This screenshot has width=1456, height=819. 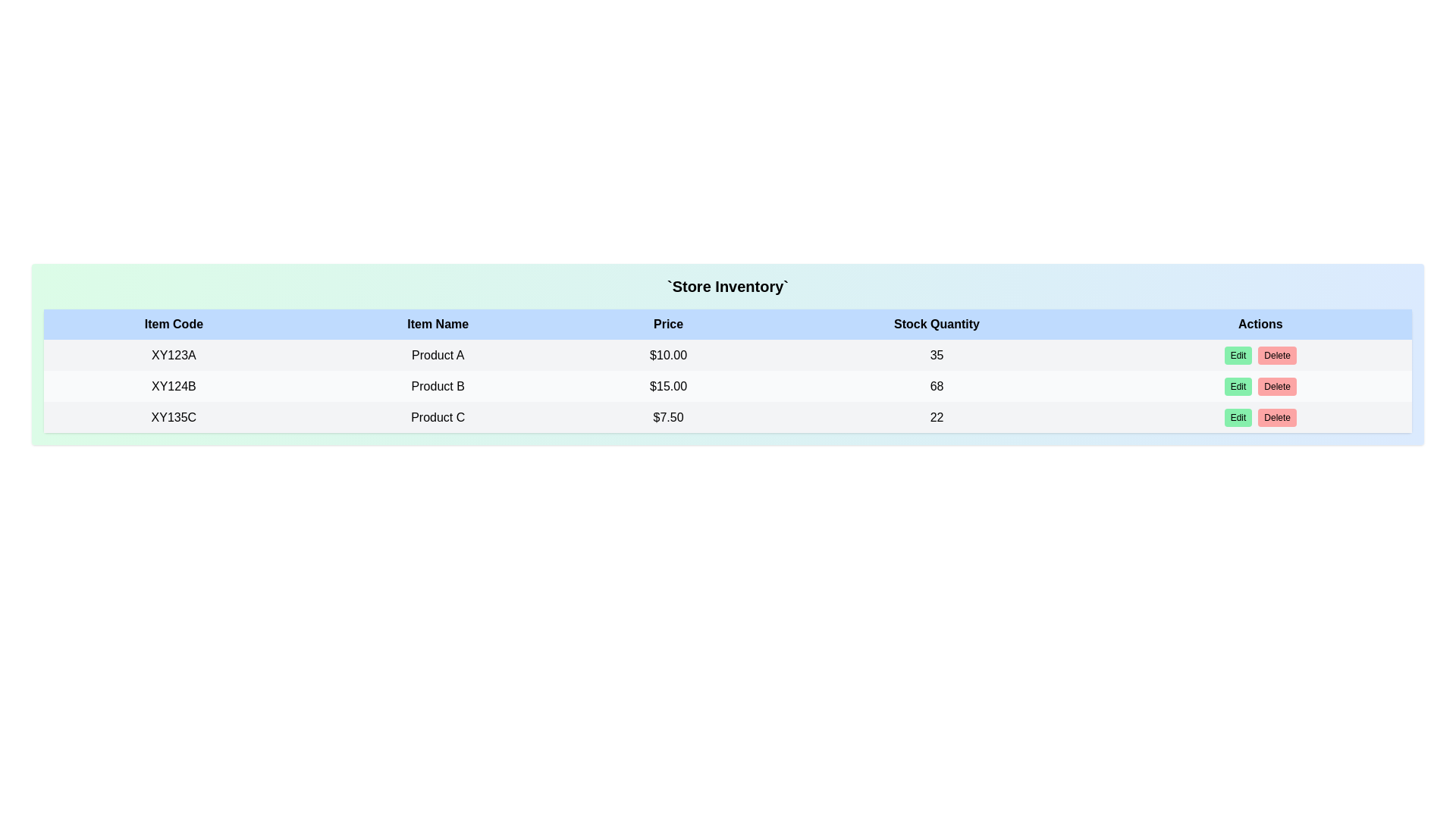 I want to click on the static text displaying the numerical value '68' under the 'Stock Quantity' column for 'Product B' in the table, so click(x=936, y=385).